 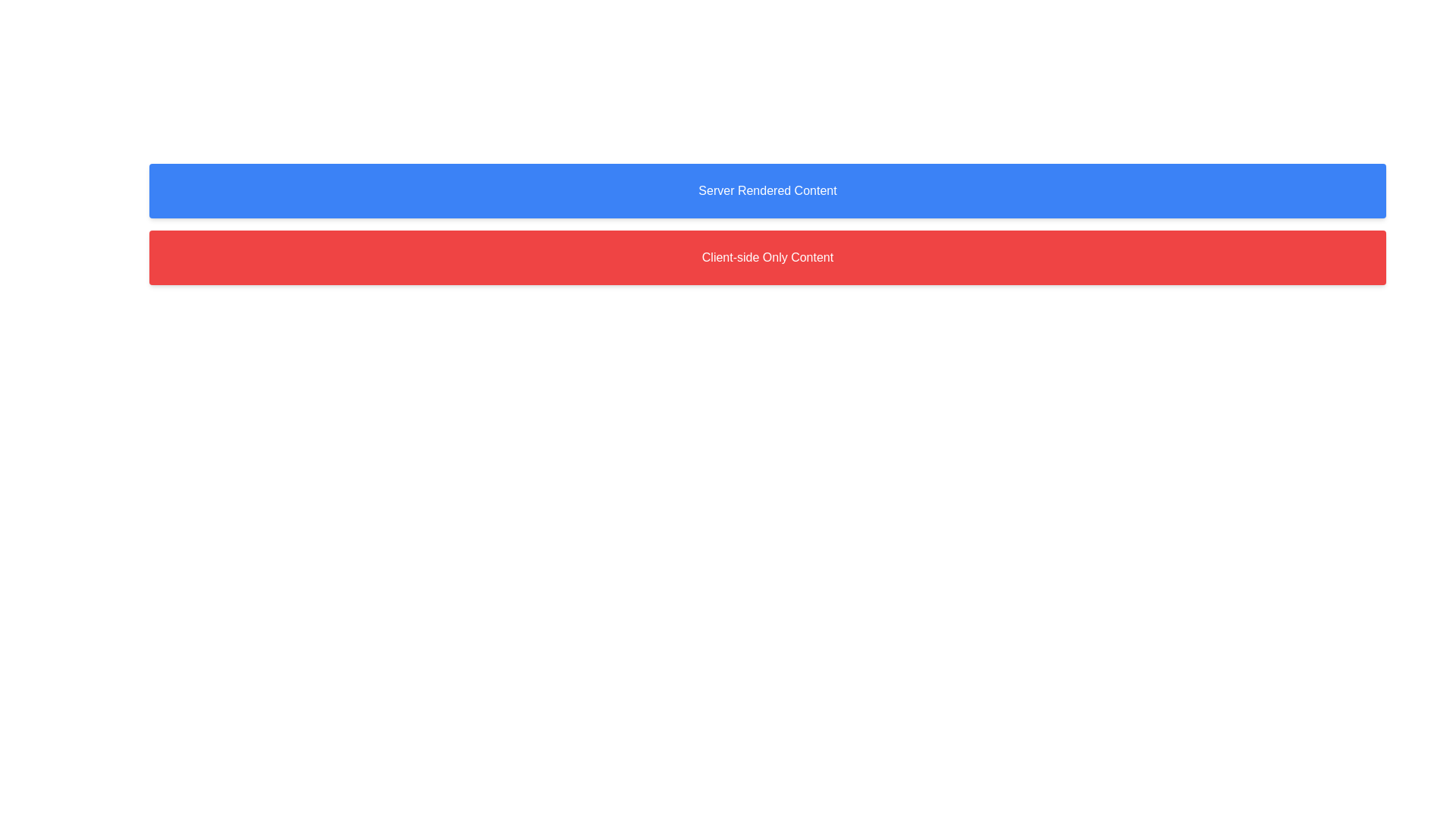 What do you see at coordinates (767, 256) in the screenshot?
I see `the static text-containing block that displays client-side rendered information, located below the 'Server Rendered Content' block` at bounding box center [767, 256].